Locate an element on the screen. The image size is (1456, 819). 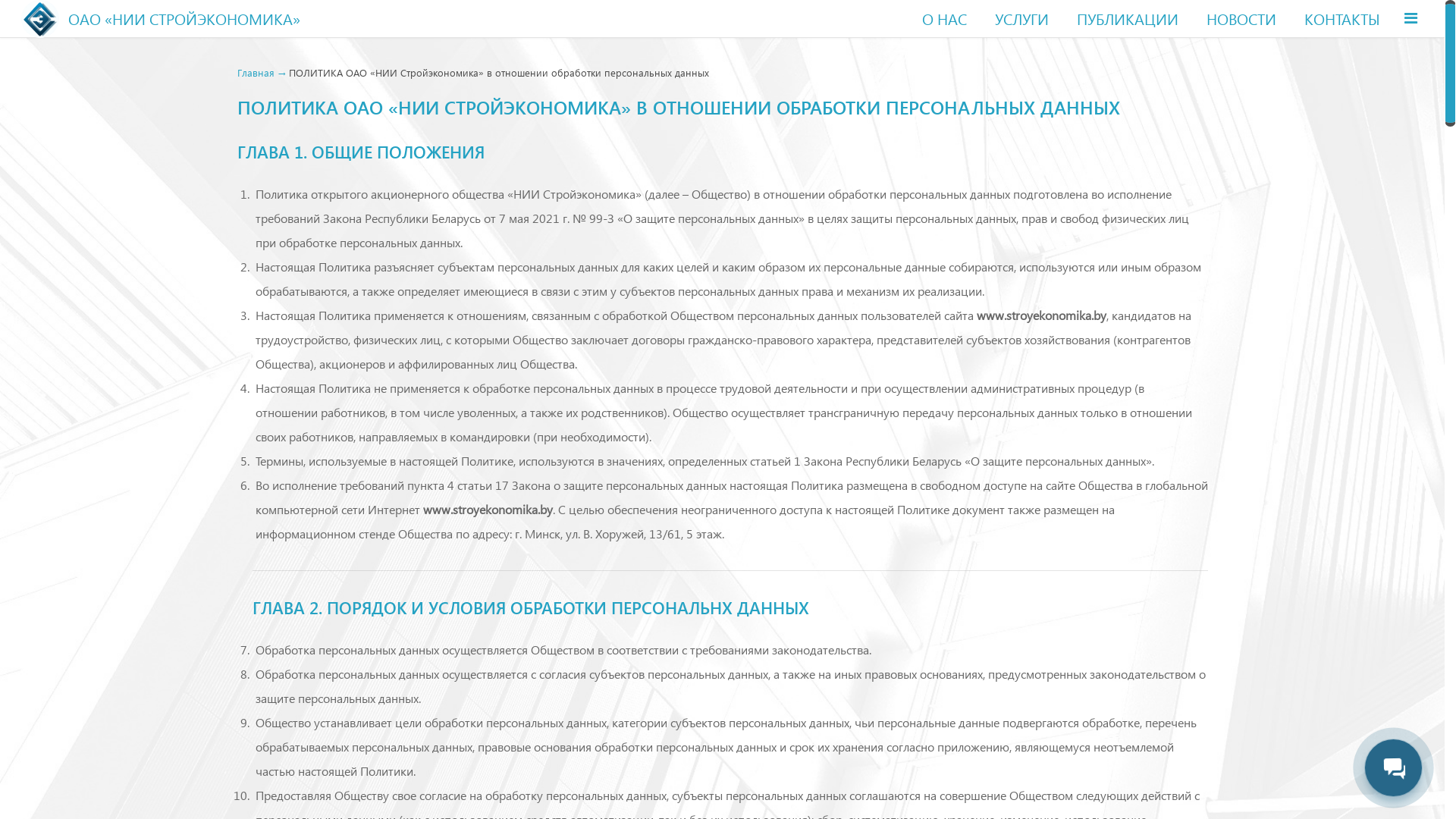
'MENU' is located at coordinates (1395, 17).